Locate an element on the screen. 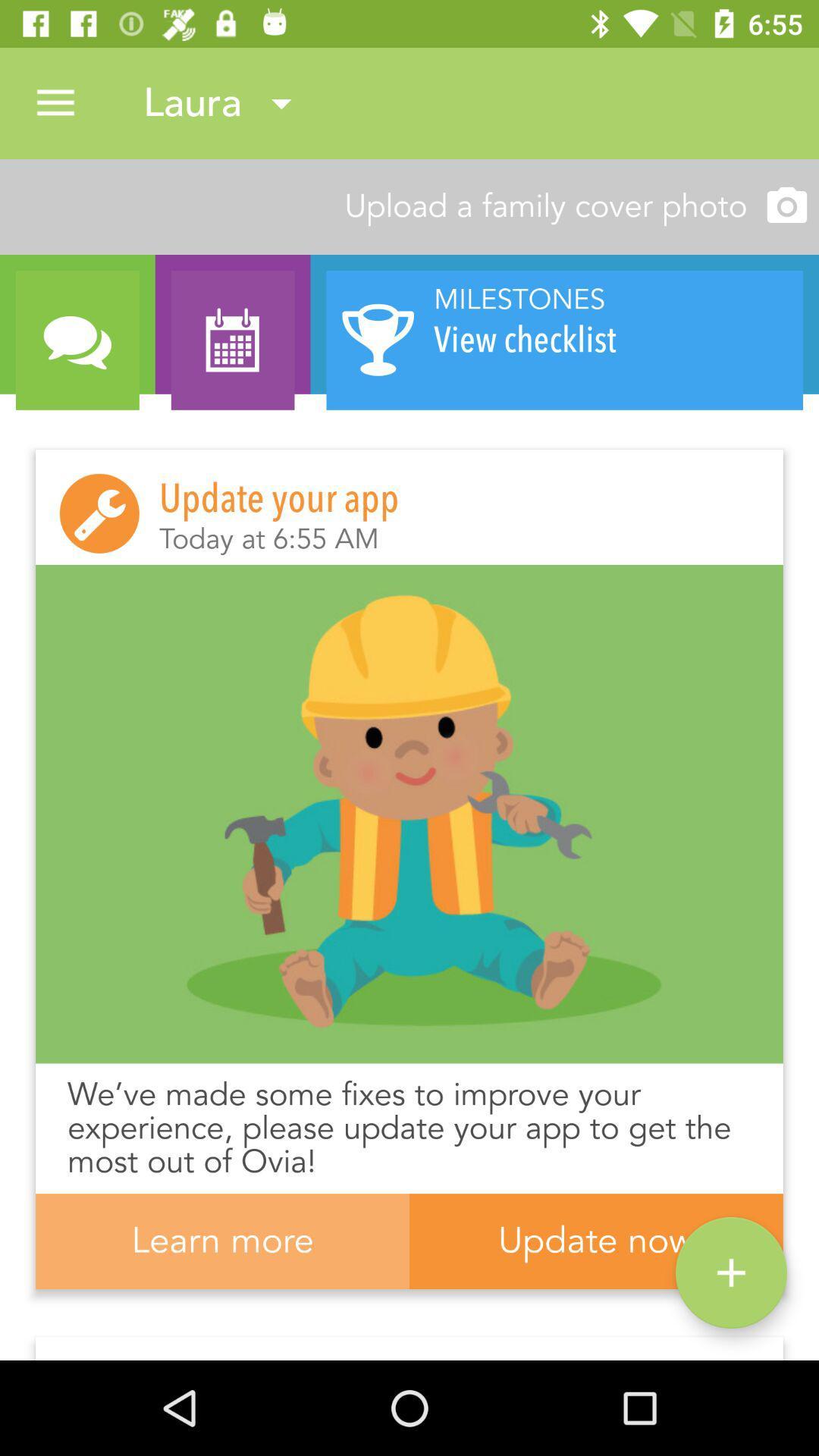 The height and width of the screenshot is (1456, 819). the icon next to laura is located at coordinates (55, 102).